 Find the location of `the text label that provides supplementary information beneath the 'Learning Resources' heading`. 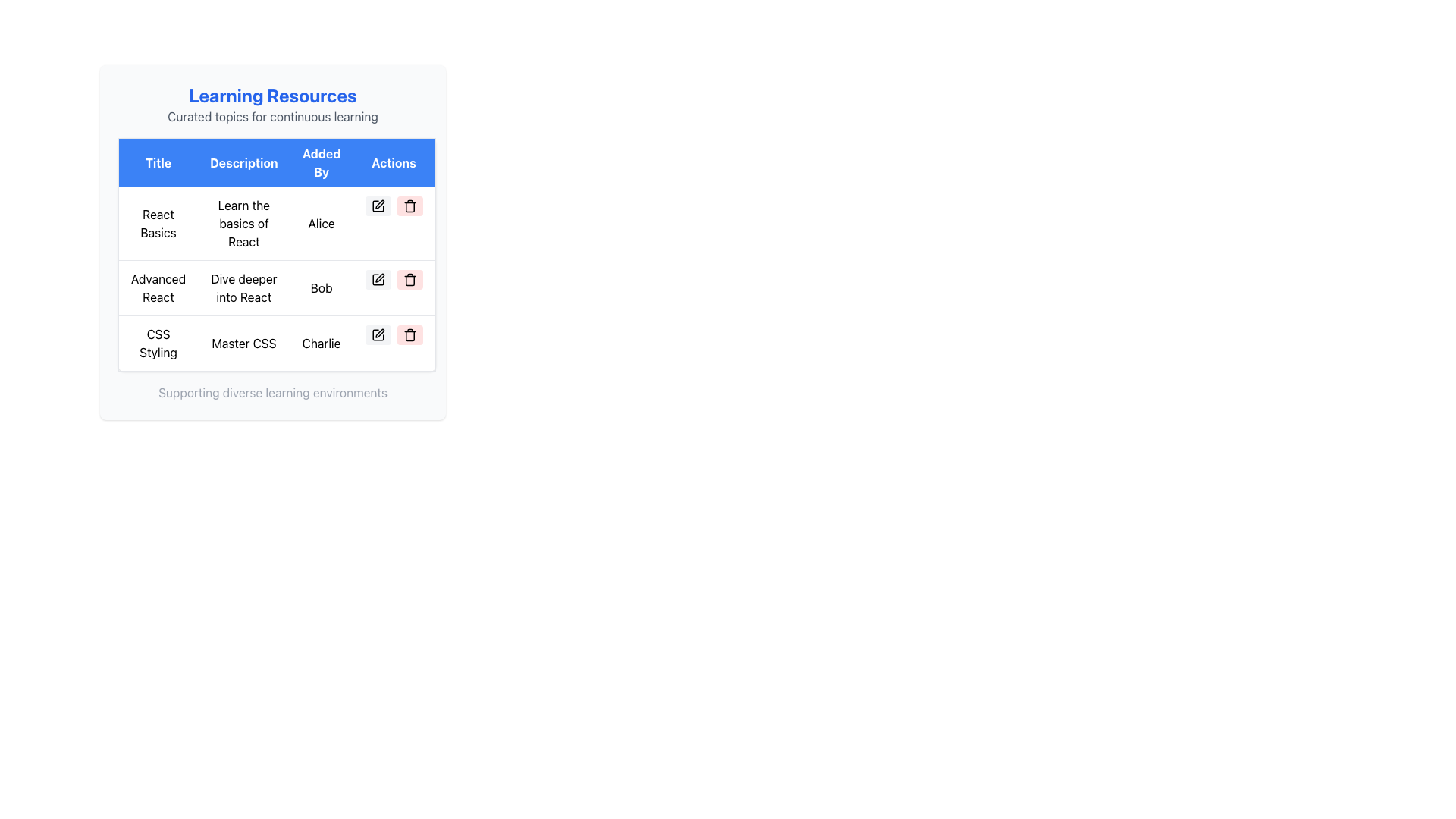

the text label that provides supplementary information beneath the 'Learning Resources' heading is located at coordinates (273, 116).